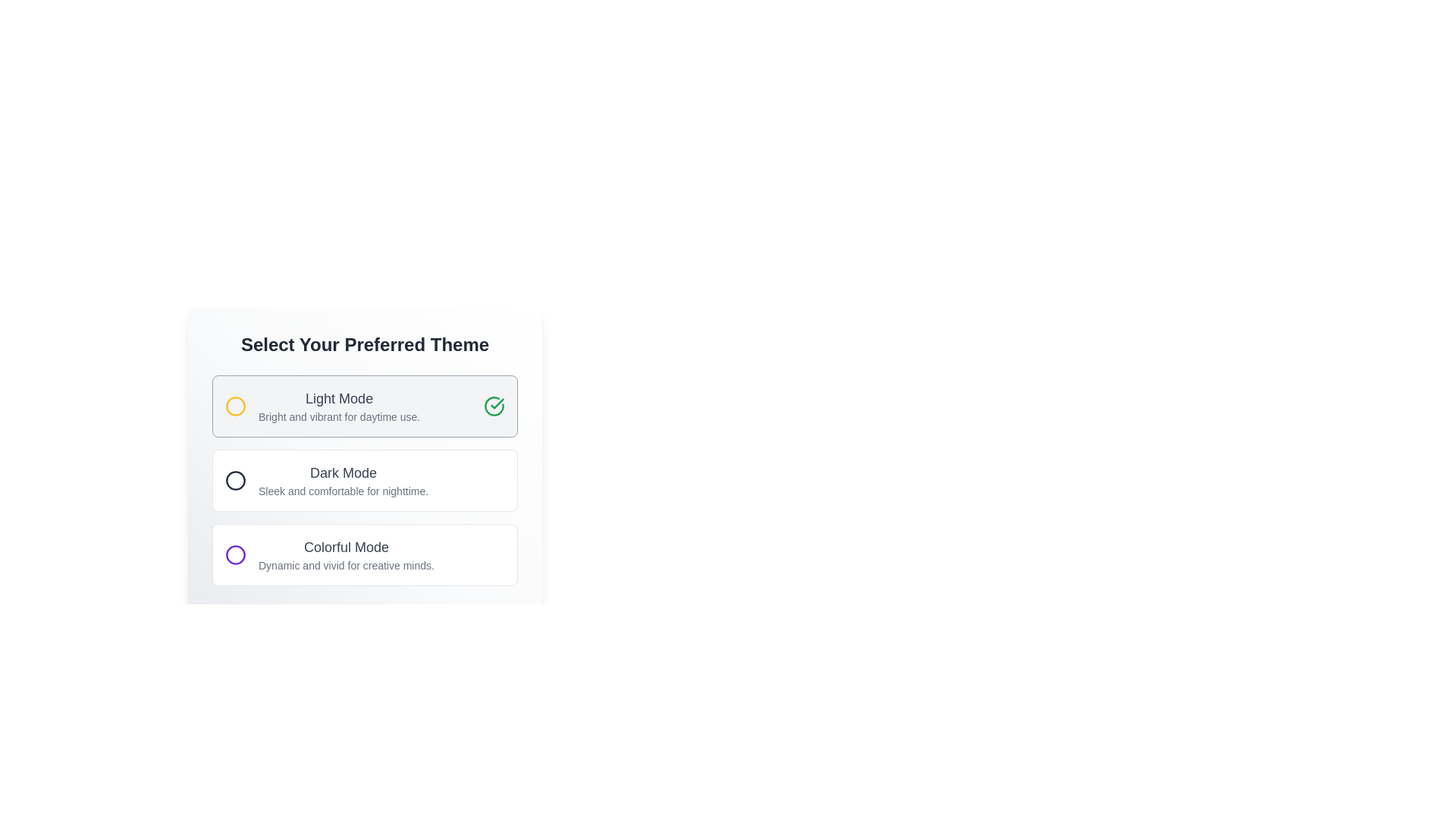 This screenshot has height=819, width=1456. What do you see at coordinates (345, 555) in the screenshot?
I see `the 'Colorful Mode' theme option, which is the third selectable theme option in the list, providing dynamic and vivid theme information` at bounding box center [345, 555].